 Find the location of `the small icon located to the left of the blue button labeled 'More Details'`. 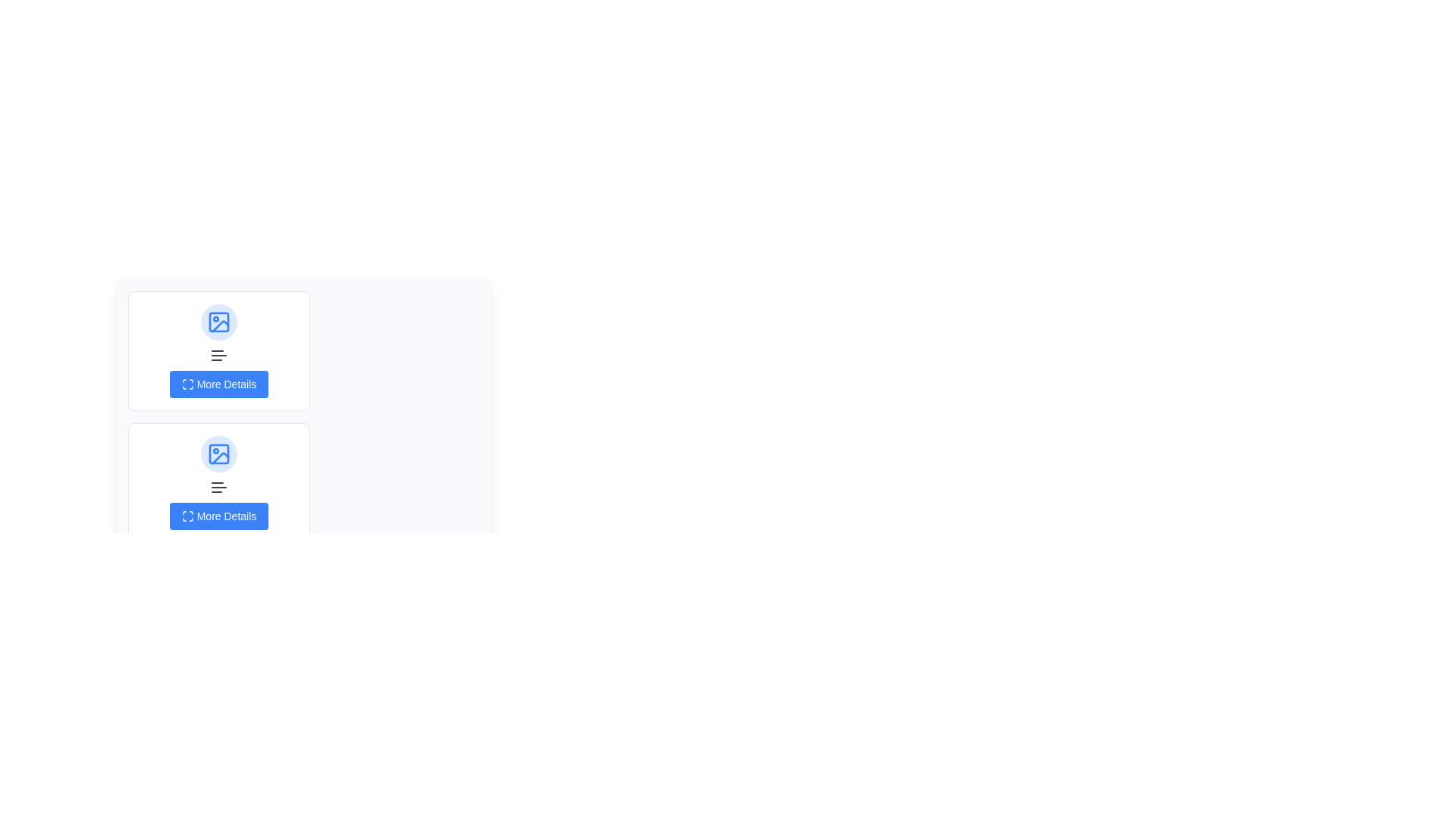

the small icon located to the left of the blue button labeled 'More Details' is located at coordinates (187, 383).